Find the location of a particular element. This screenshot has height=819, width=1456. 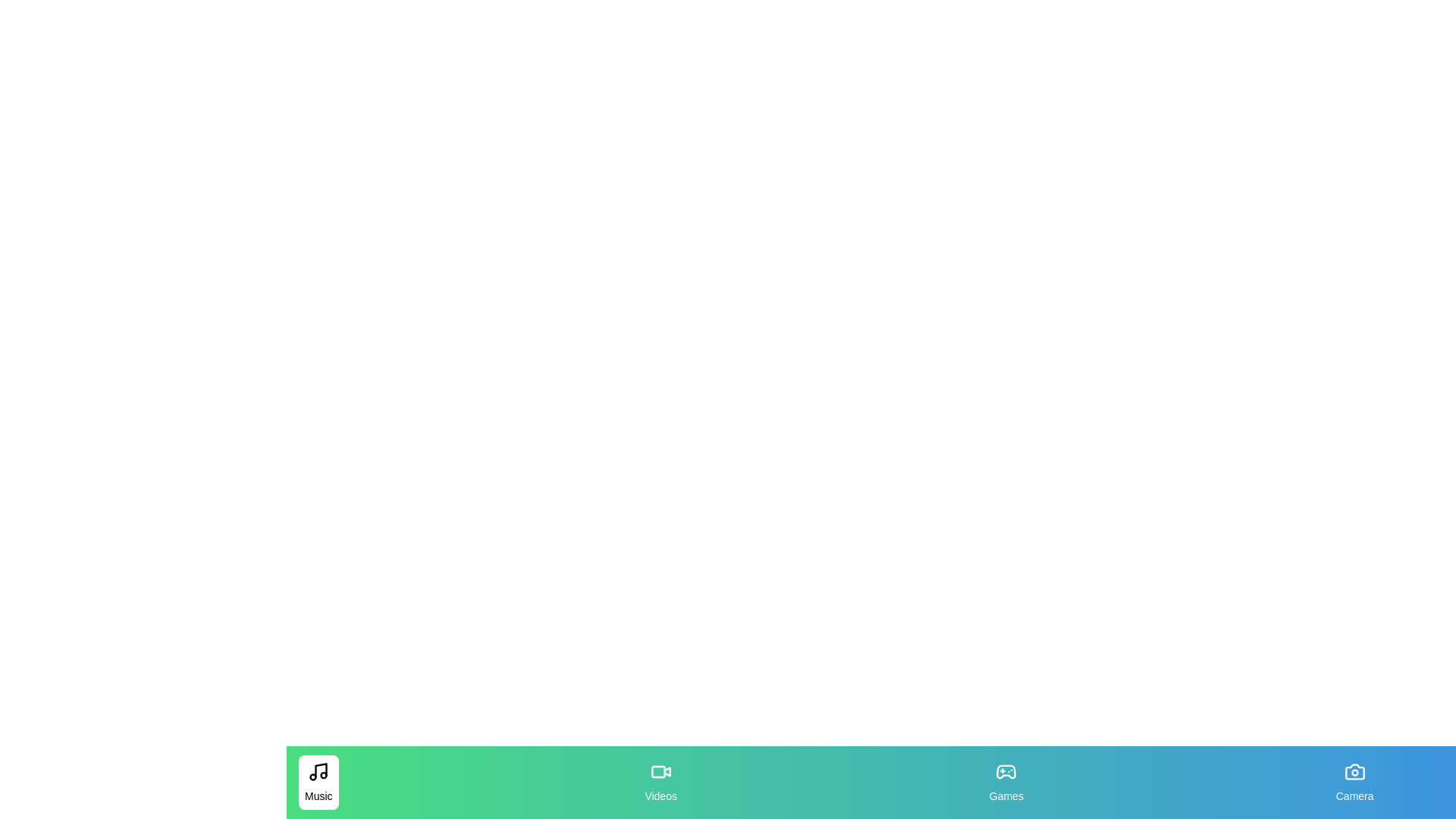

the Music tab to observe its hover effect is located at coordinates (318, 783).